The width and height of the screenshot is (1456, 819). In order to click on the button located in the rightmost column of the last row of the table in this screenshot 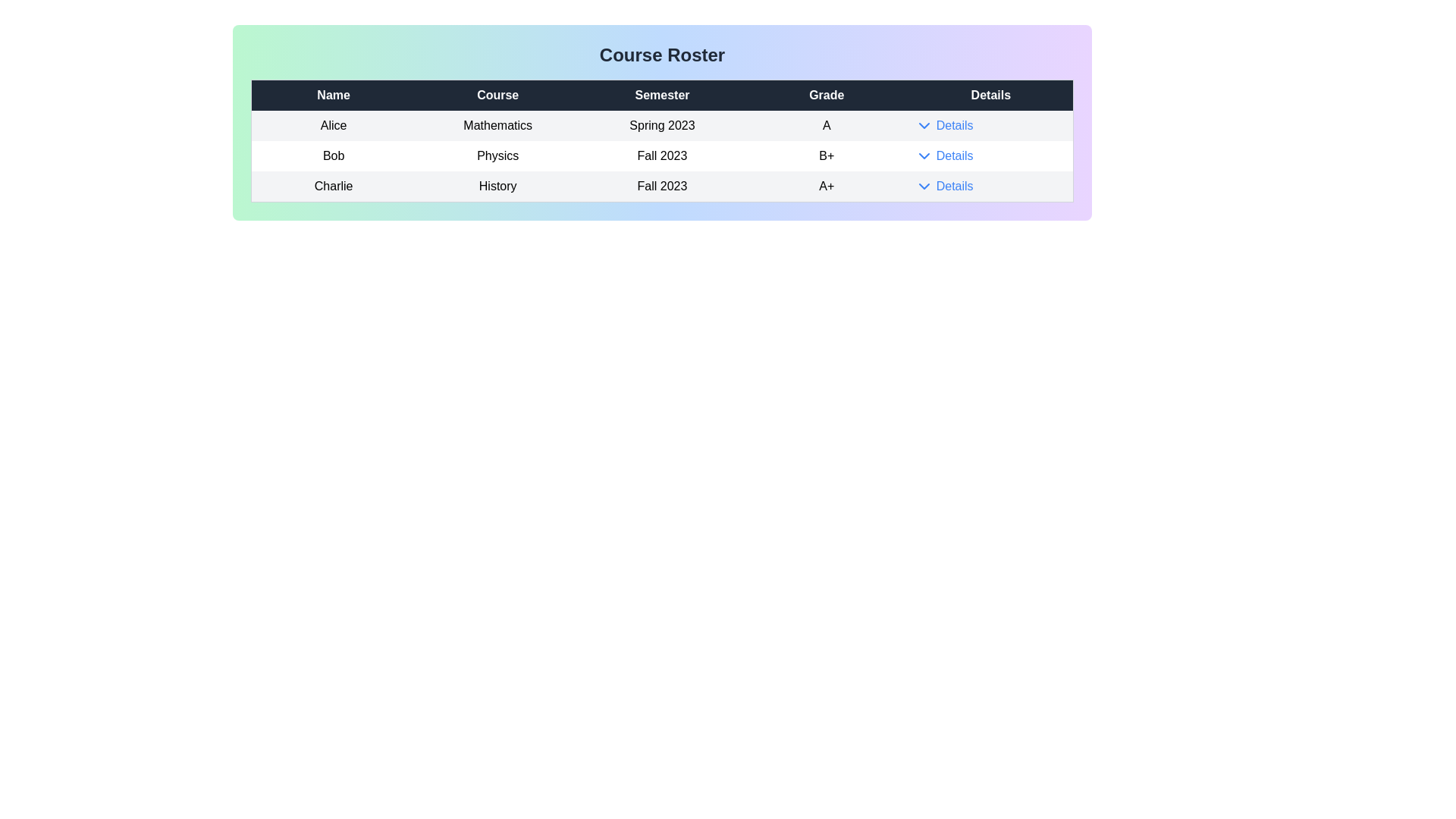, I will do `click(991, 186)`.